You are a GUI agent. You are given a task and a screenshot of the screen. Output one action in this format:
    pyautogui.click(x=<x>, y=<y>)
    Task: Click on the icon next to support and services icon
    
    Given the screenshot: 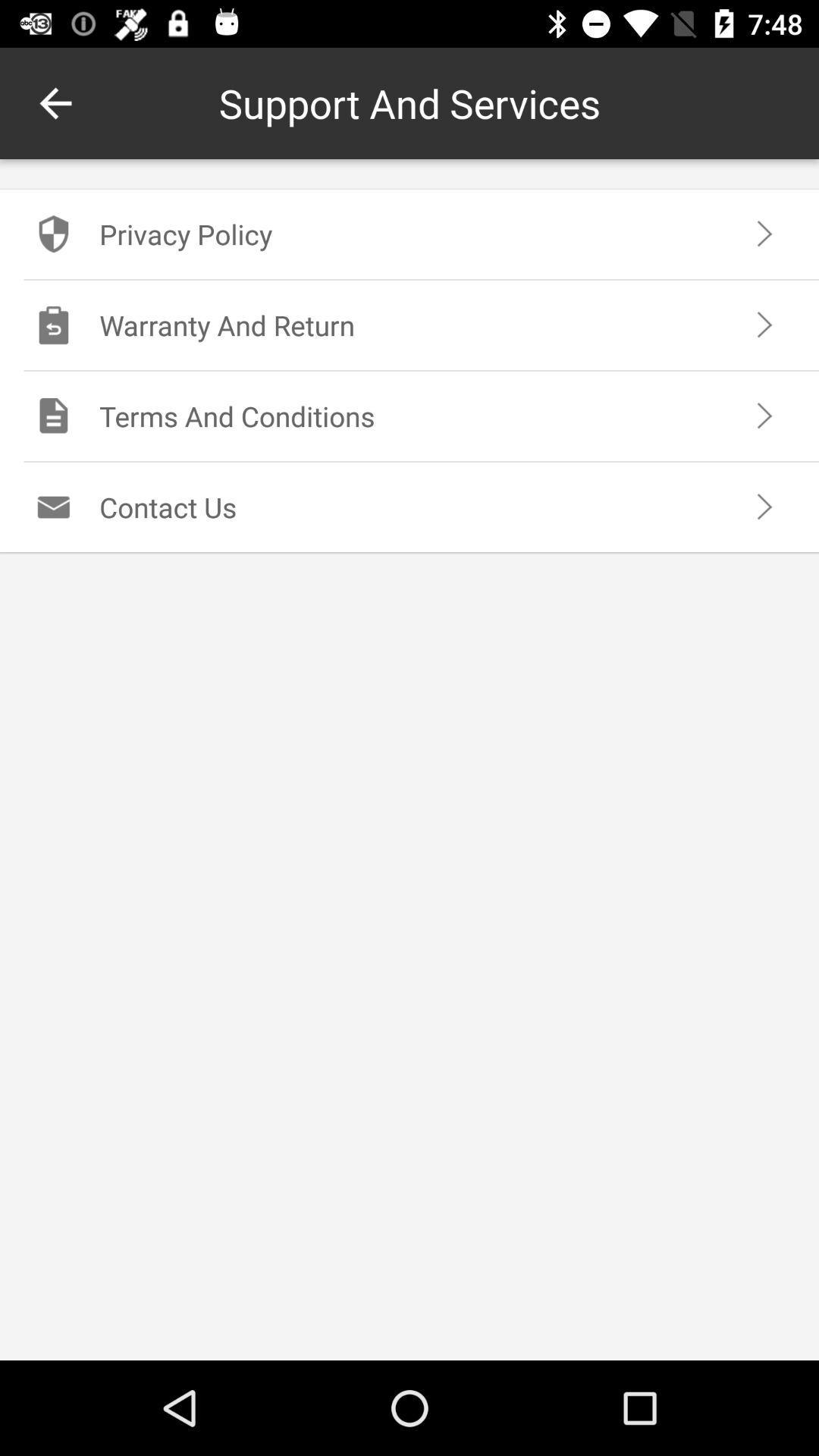 What is the action you would take?
    pyautogui.click(x=55, y=102)
    